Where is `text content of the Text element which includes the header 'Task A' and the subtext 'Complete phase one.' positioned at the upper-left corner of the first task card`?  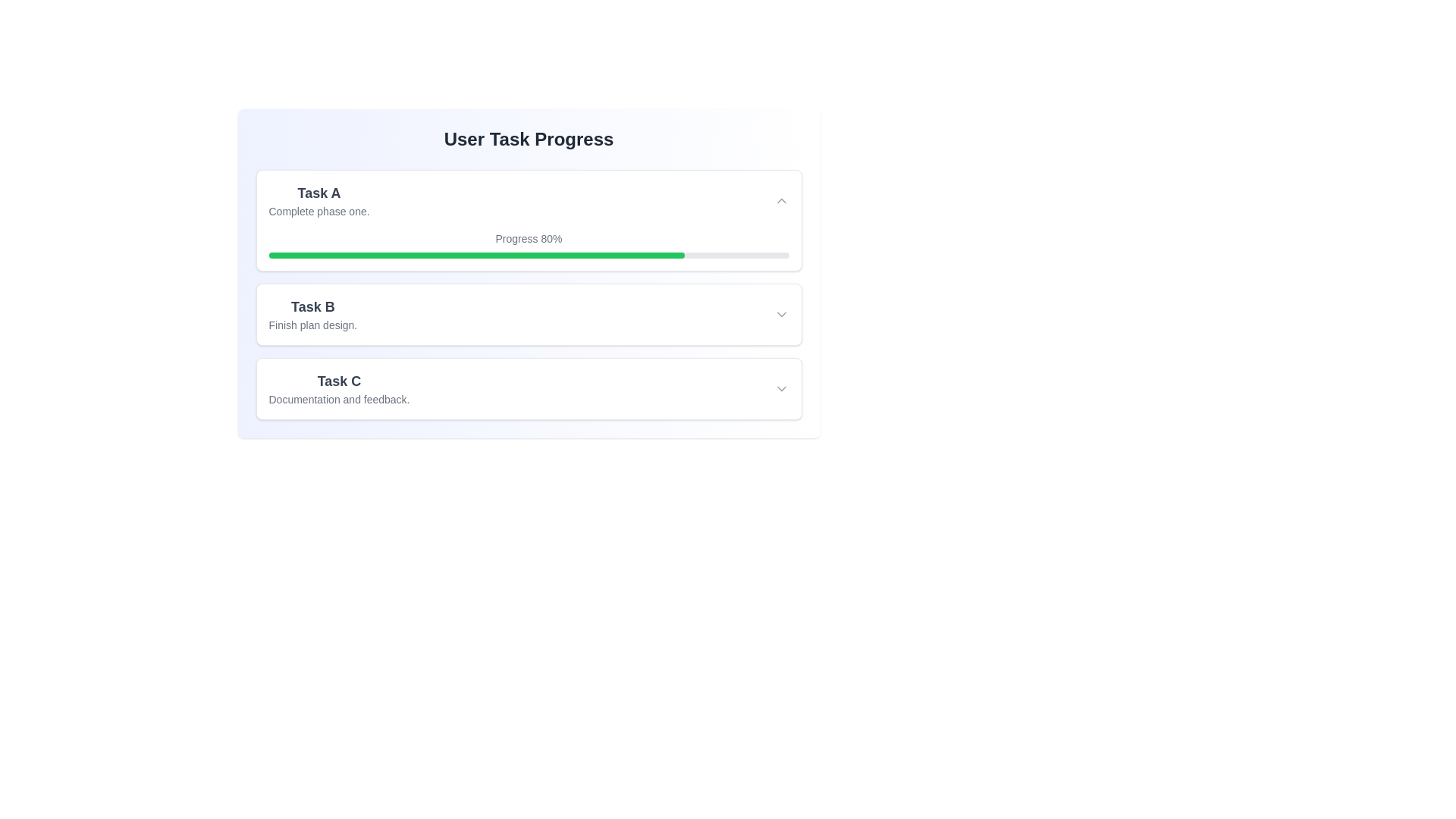
text content of the Text element which includes the header 'Task A' and the subtext 'Complete phase one.' positioned at the upper-left corner of the first task card is located at coordinates (318, 200).